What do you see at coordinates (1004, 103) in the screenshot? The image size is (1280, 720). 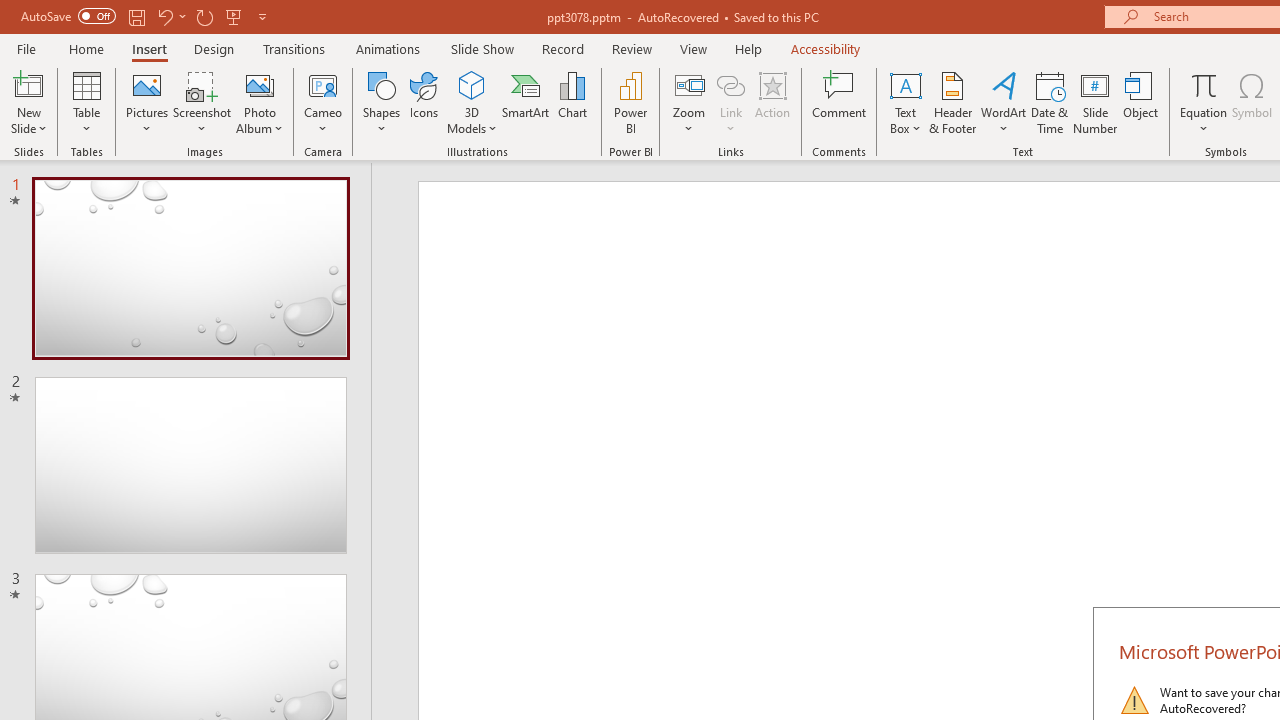 I see `'WordArt'` at bounding box center [1004, 103].